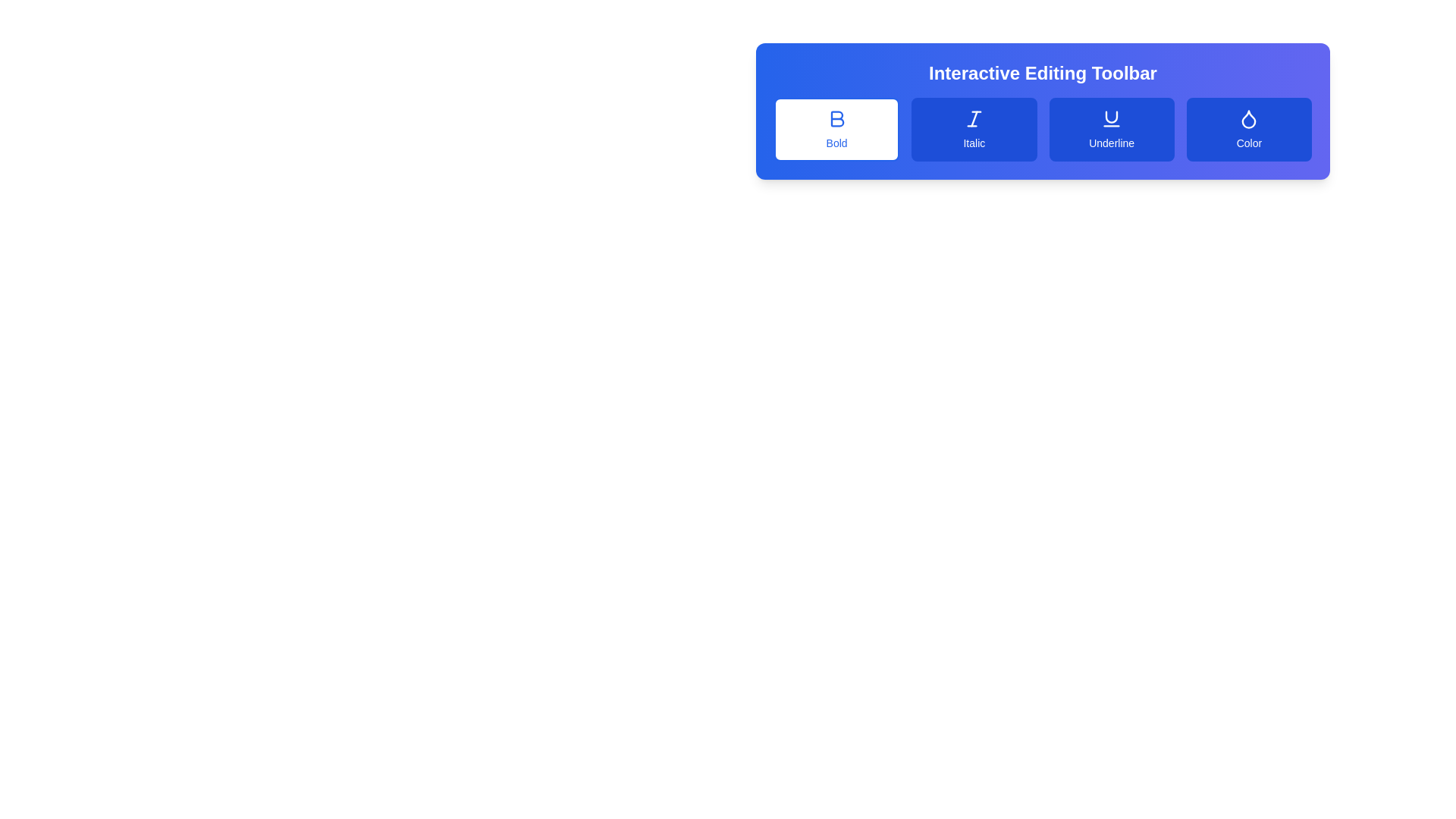  I want to click on 'Italic' text label styled in a small, italicized, capitalized font located on a blue background beneath an italicized 'I' icon in a horizontal toolbar, so click(974, 143).